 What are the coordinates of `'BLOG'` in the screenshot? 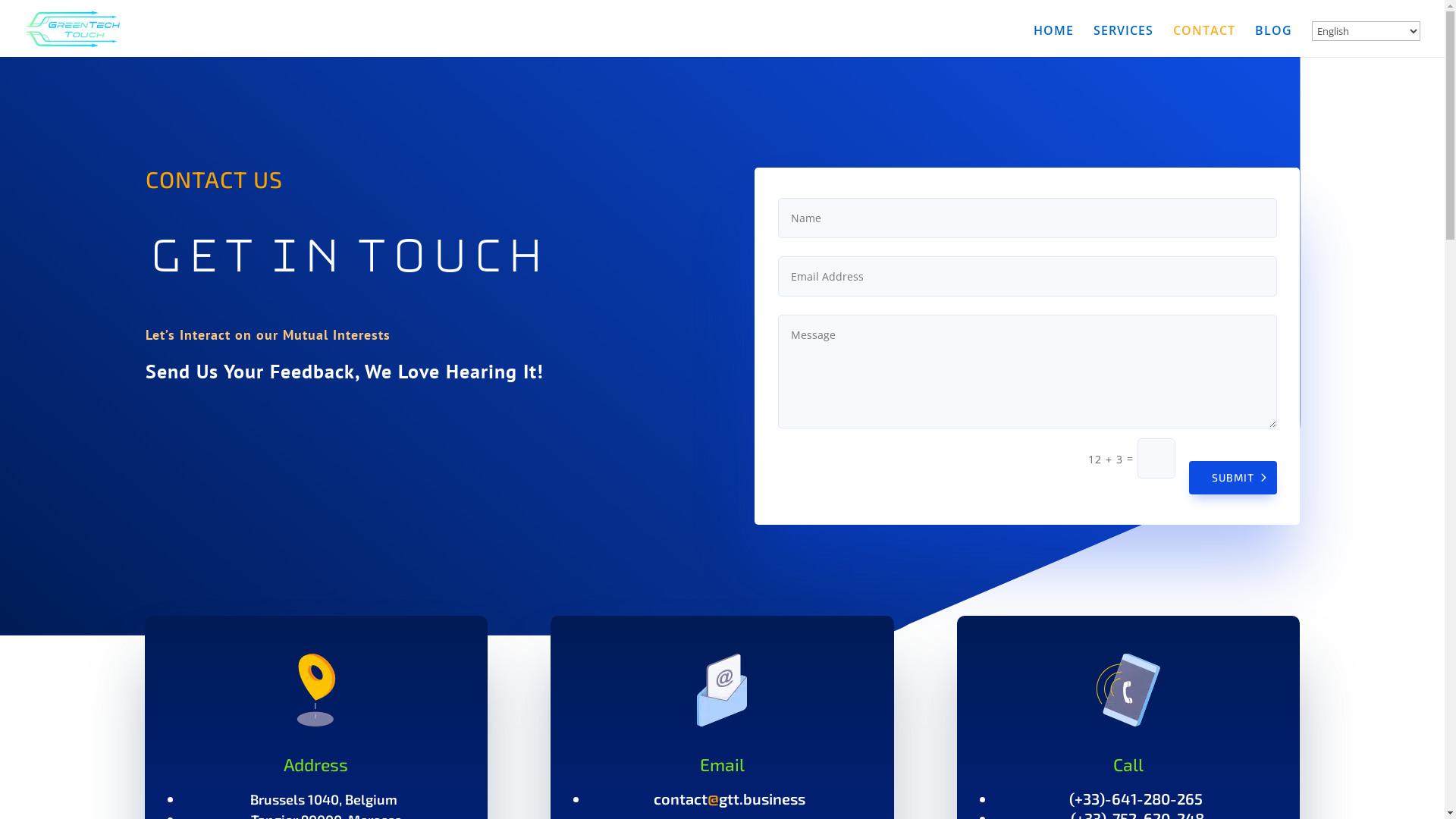 It's located at (1273, 40).